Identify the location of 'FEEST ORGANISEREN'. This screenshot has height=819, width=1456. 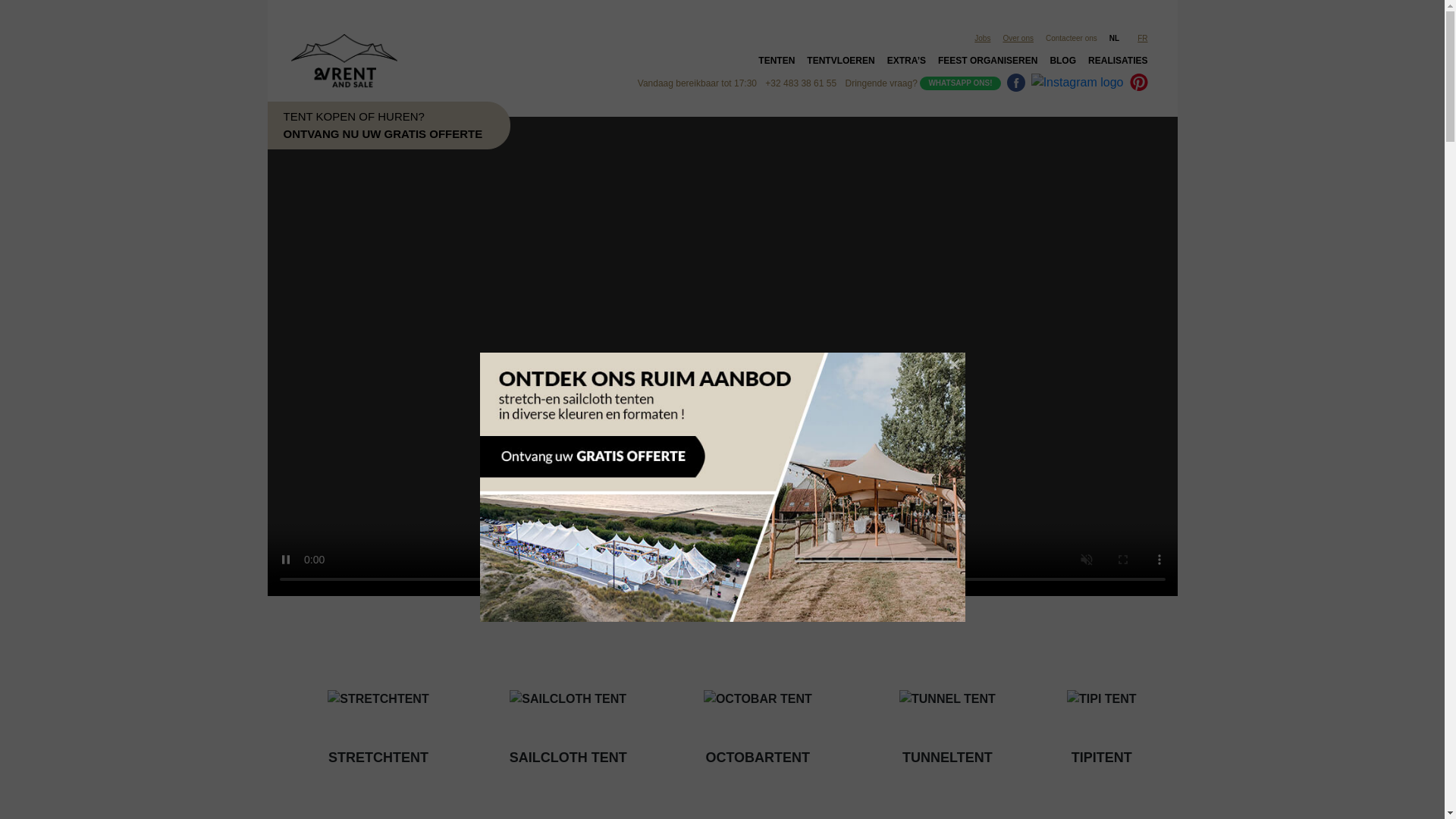
(987, 63).